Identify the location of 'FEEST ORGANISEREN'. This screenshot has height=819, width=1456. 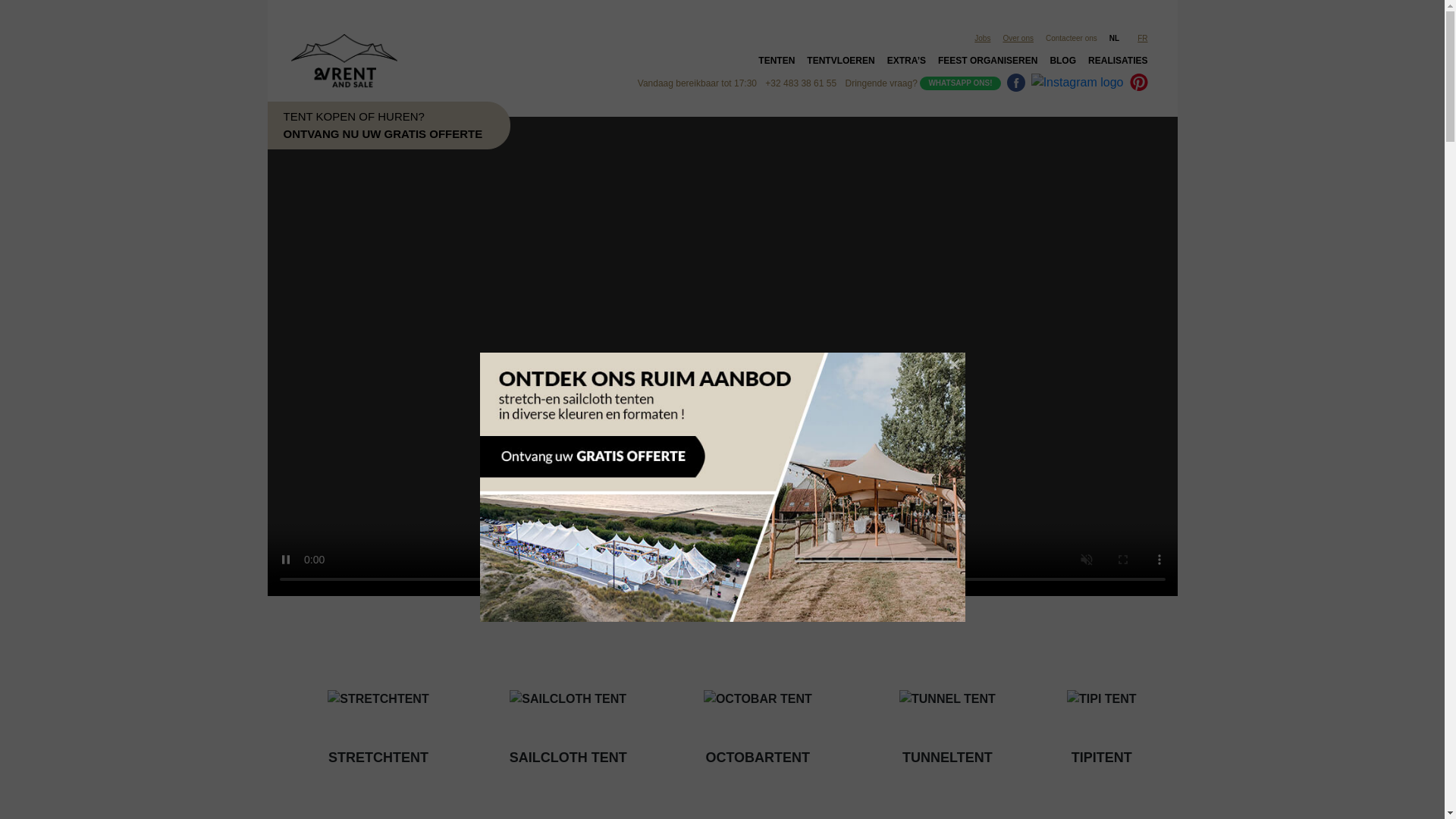
(987, 63).